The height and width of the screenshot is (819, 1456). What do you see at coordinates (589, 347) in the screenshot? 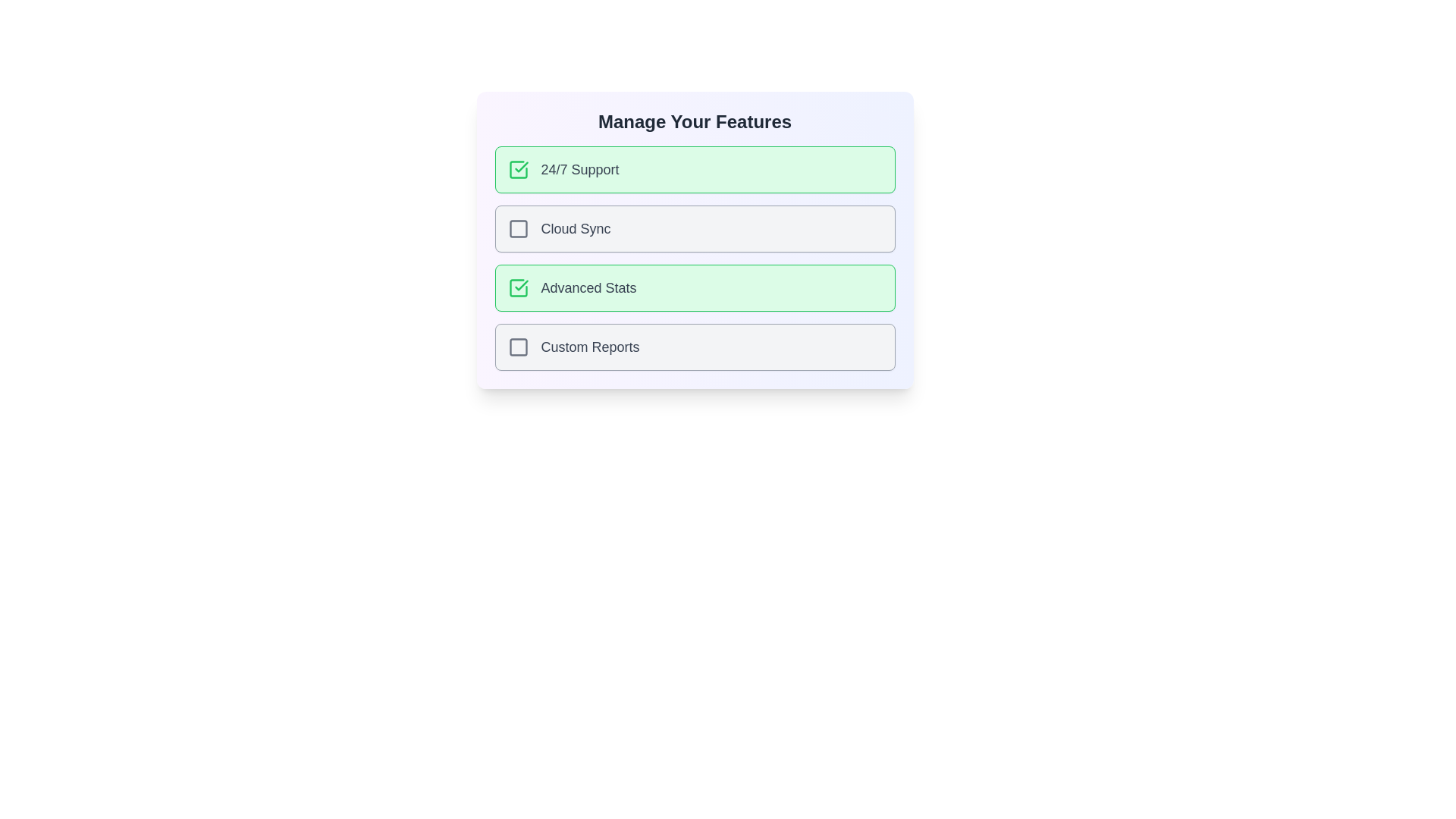
I see `the text label 'Custom Reports', which is the third text component in a list of options under 'Manage Your Features', positioned to the right of an unchecked checkbox` at bounding box center [589, 347].